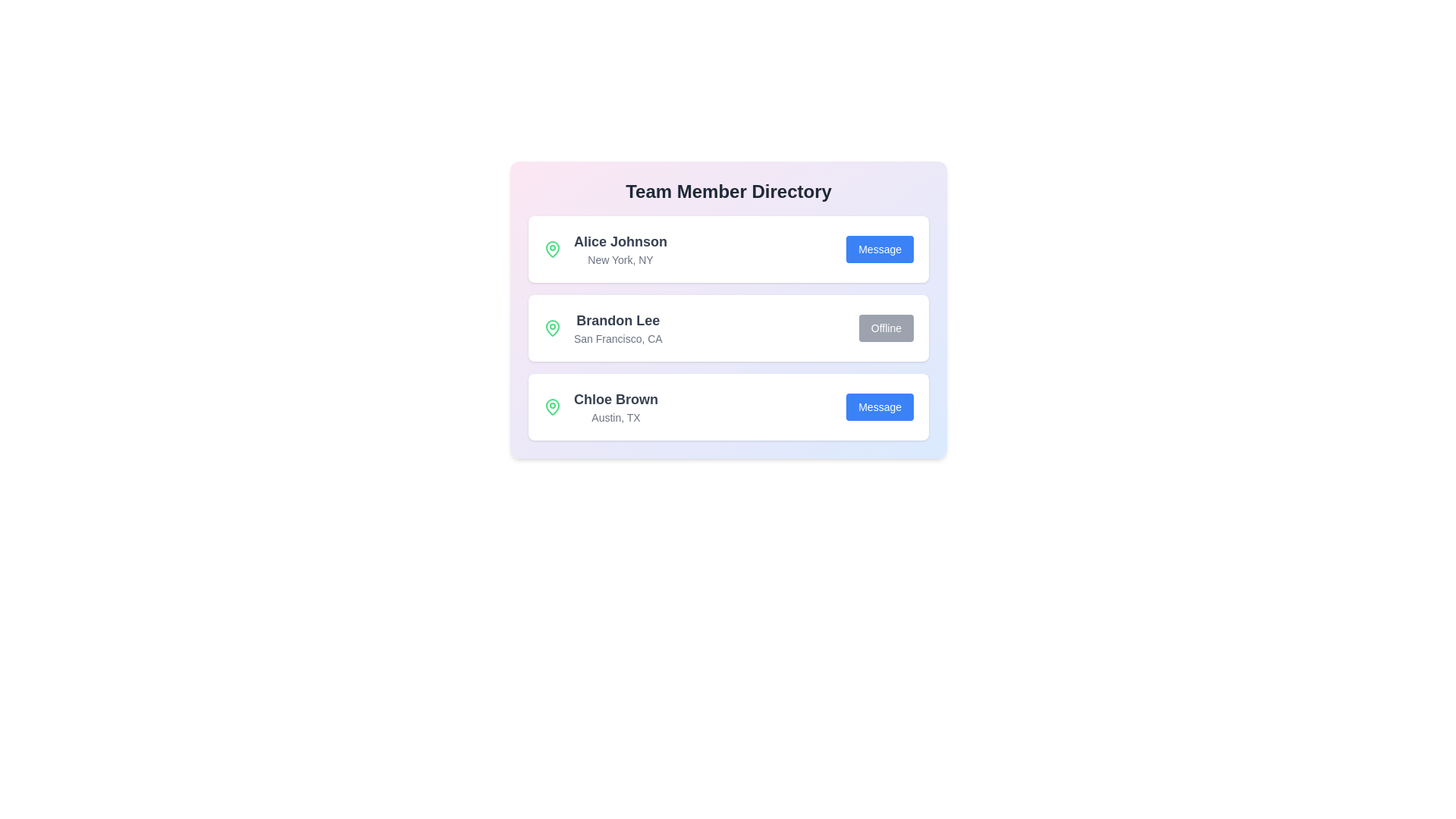 Image resolution: width=1456 pixels, height=819 pixels. What do you see at coordinates (552, 406) in the screenshot?
I see `the map pin icon for Chloe Brown` at bounding box center [552, 406].